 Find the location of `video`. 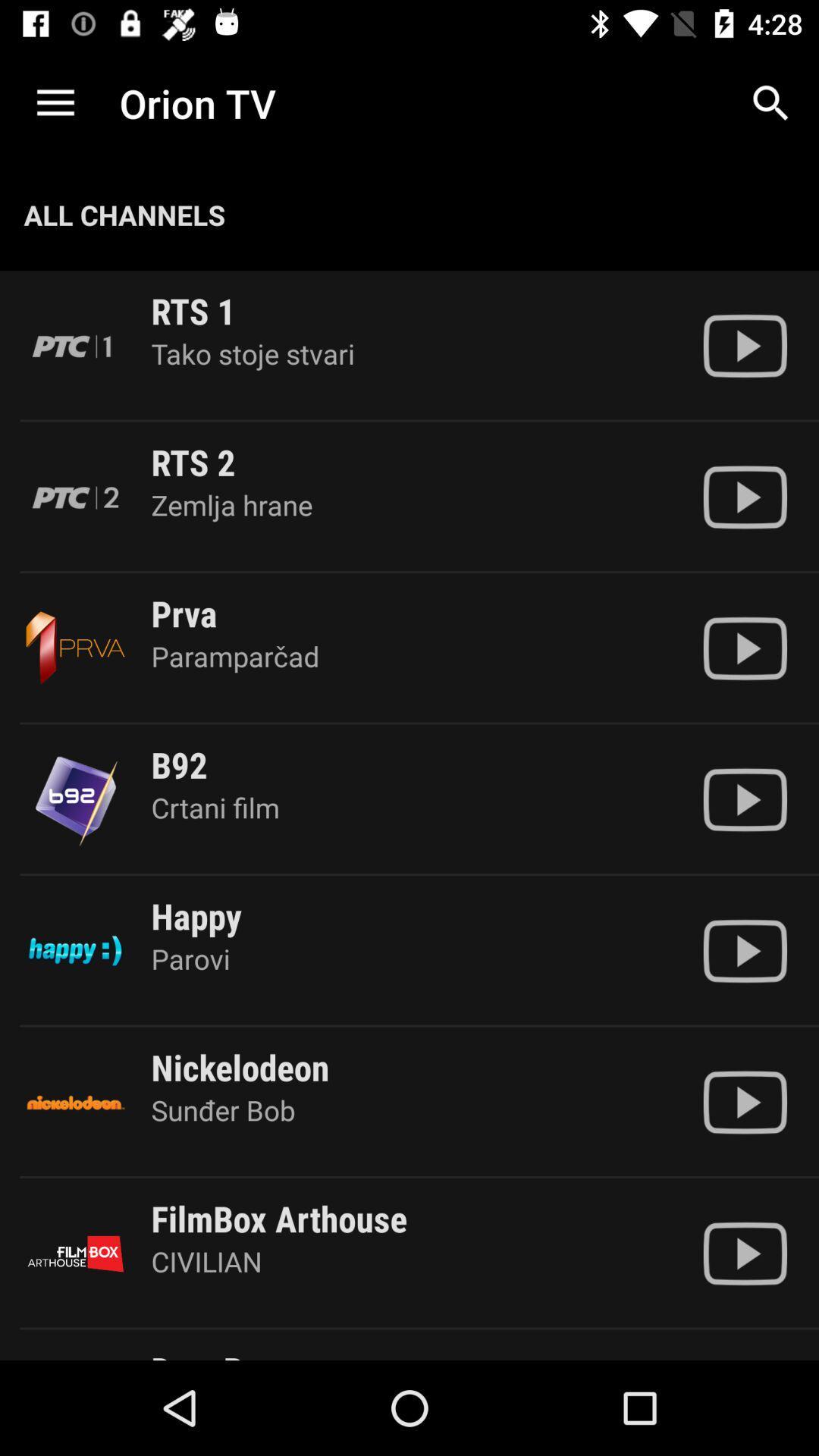

video is located at coordinates (744, 950).